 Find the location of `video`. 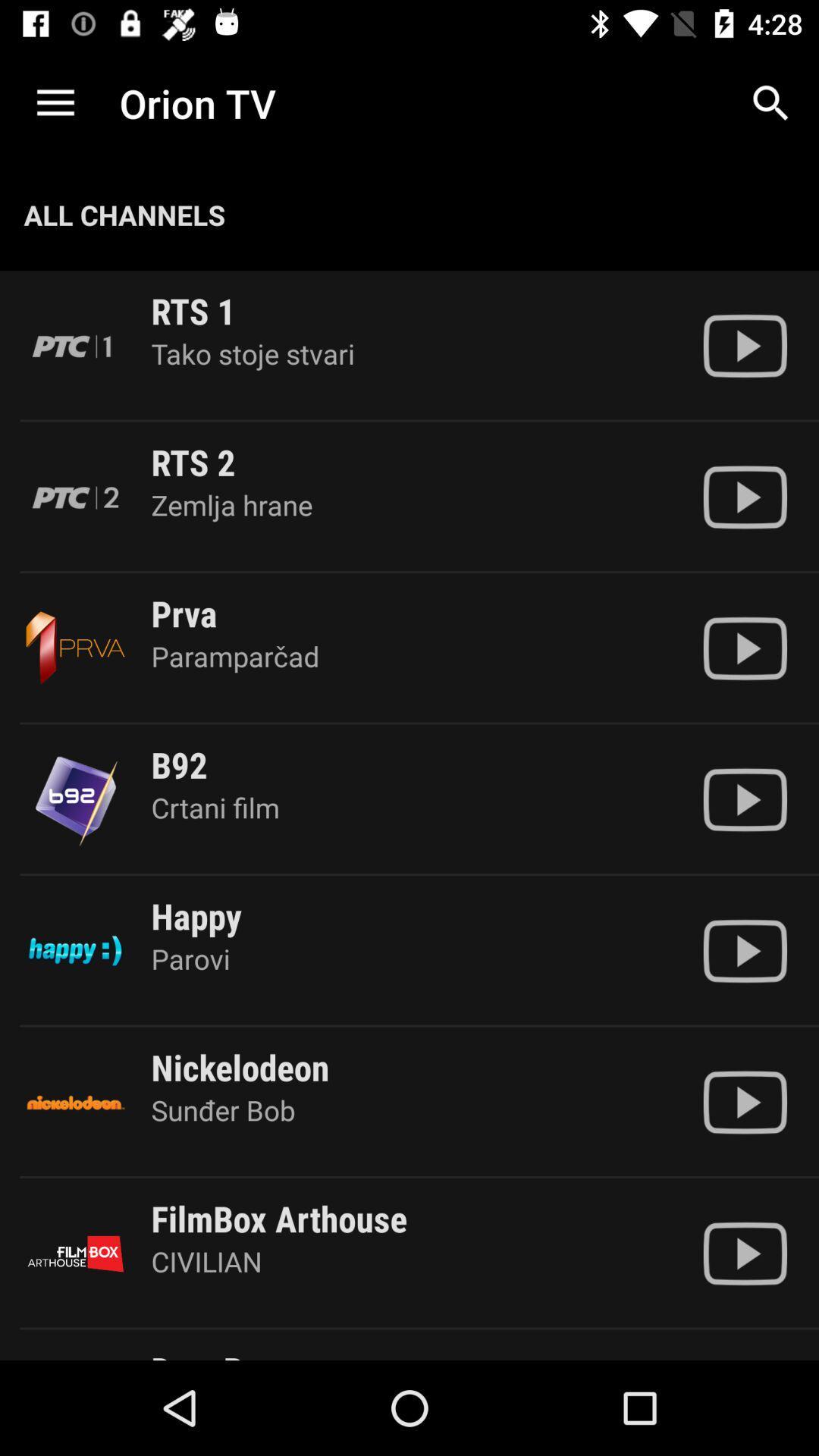

video is located at coordinates (744, 950).